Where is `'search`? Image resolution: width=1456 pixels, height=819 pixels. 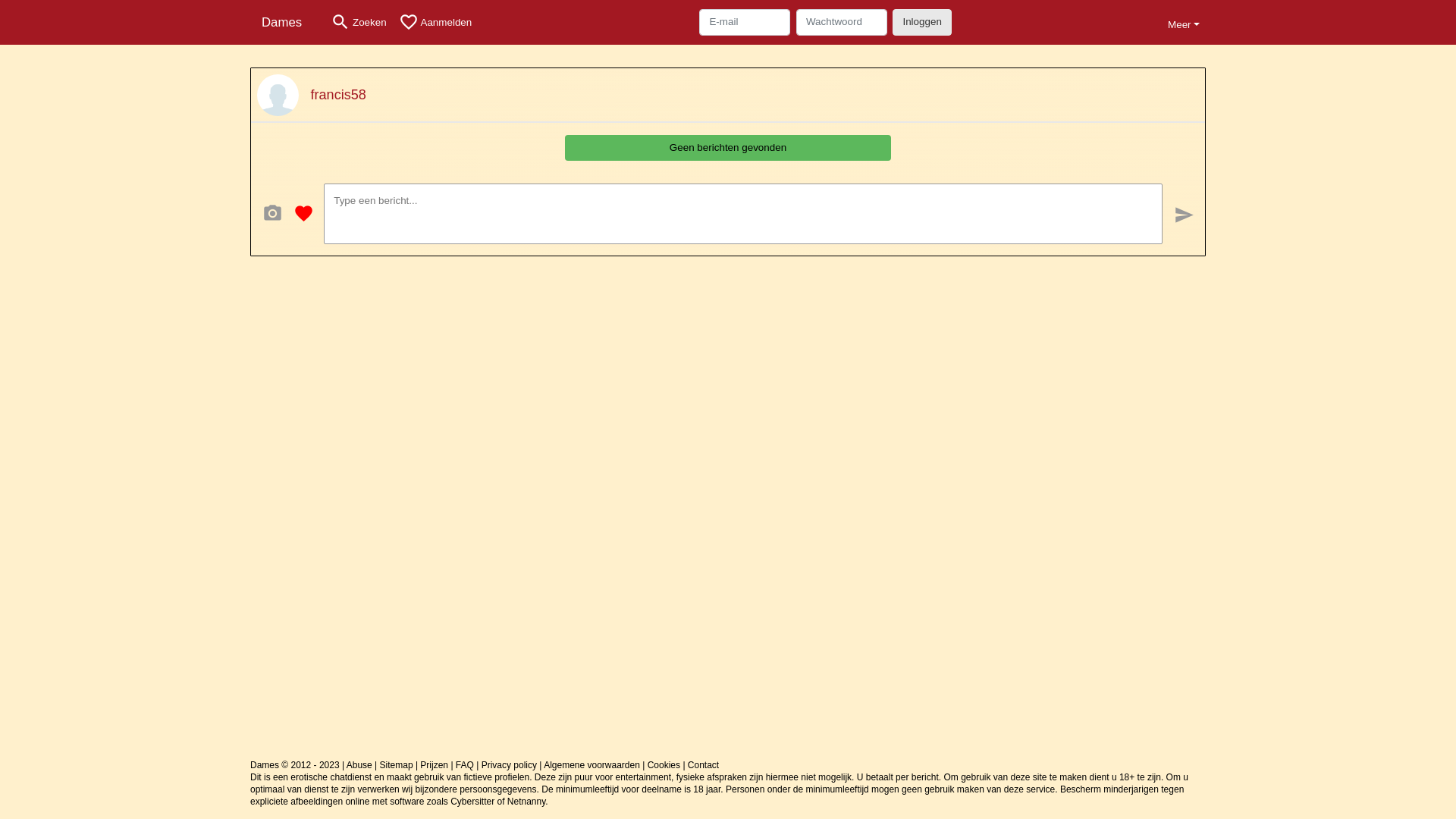 'search is located at coordinates (323, 22).